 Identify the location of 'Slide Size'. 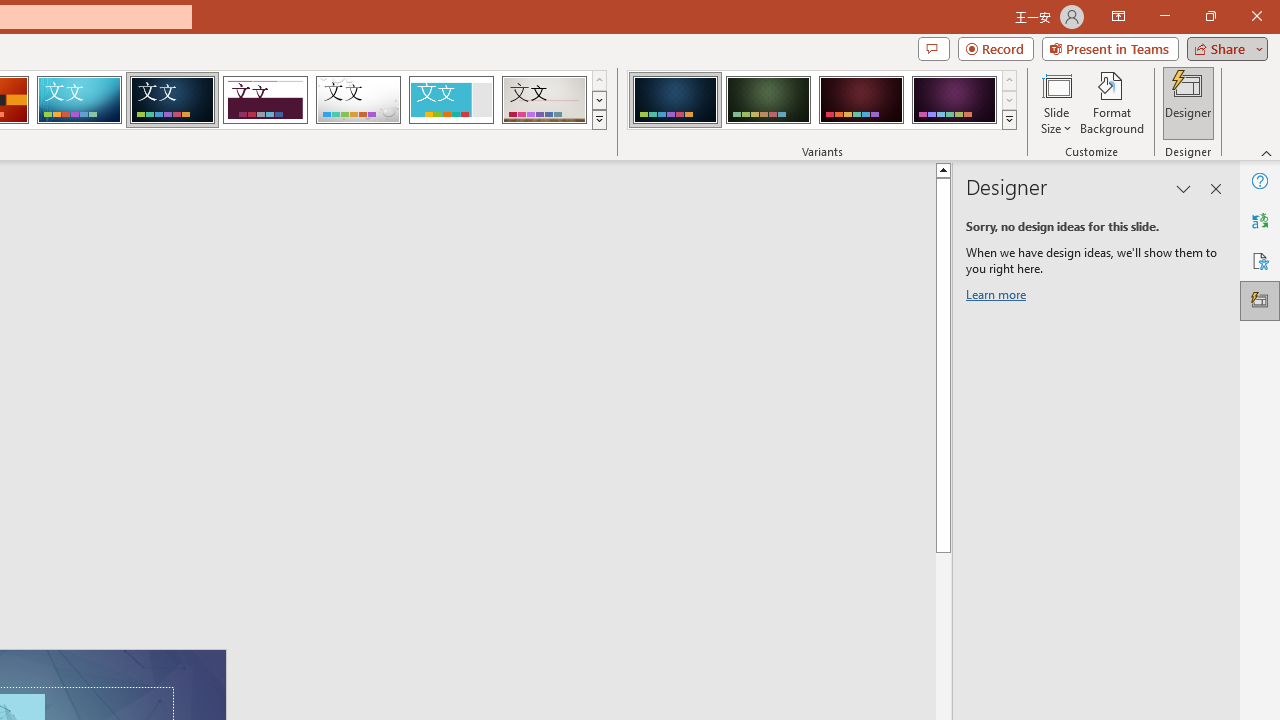
(1055, 103).